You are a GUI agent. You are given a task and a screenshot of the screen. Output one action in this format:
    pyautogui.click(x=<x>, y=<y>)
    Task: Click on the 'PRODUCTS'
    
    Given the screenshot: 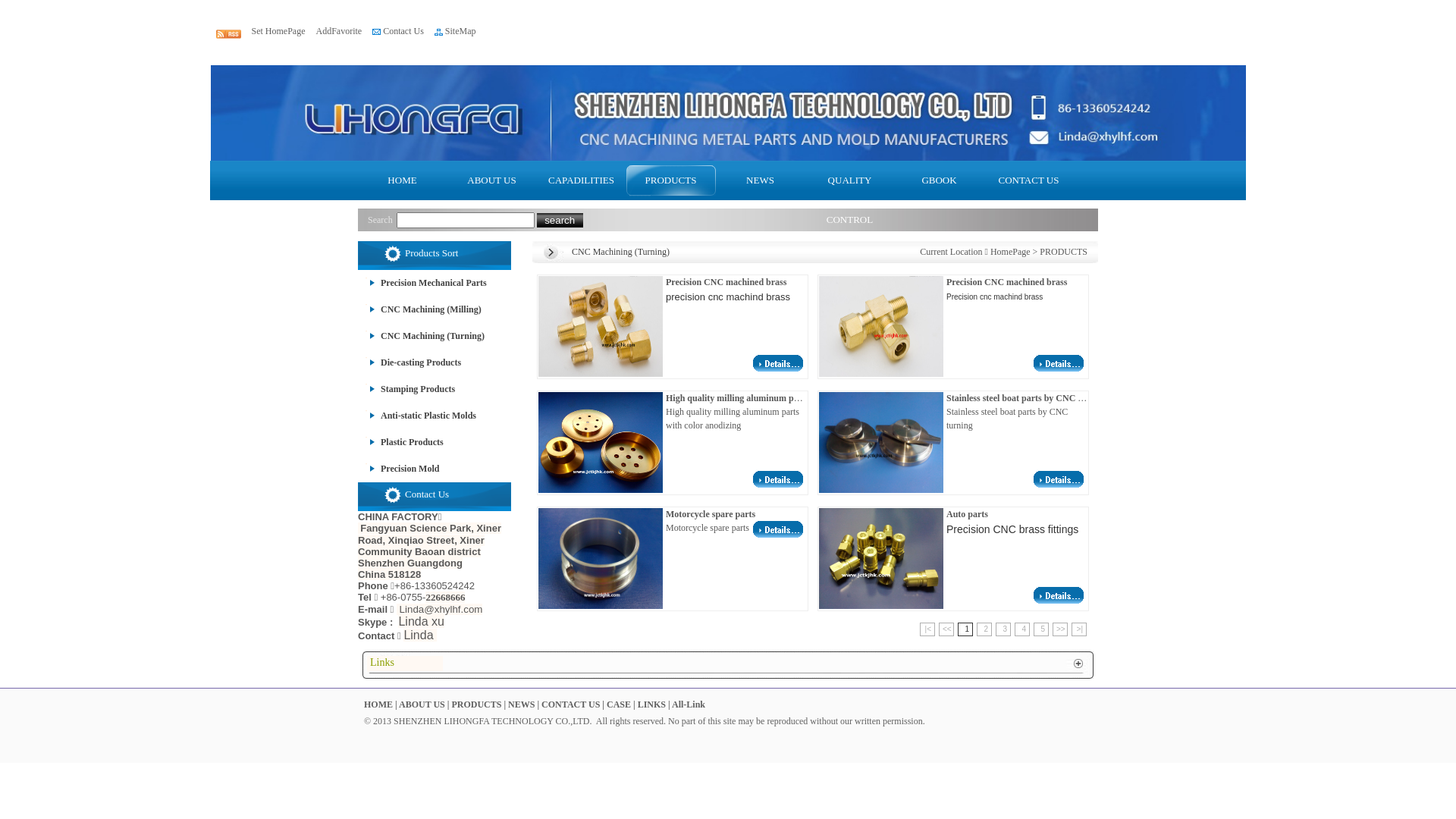 What is the action you would take?
    pyautogui.click(x=475, y=704)
    